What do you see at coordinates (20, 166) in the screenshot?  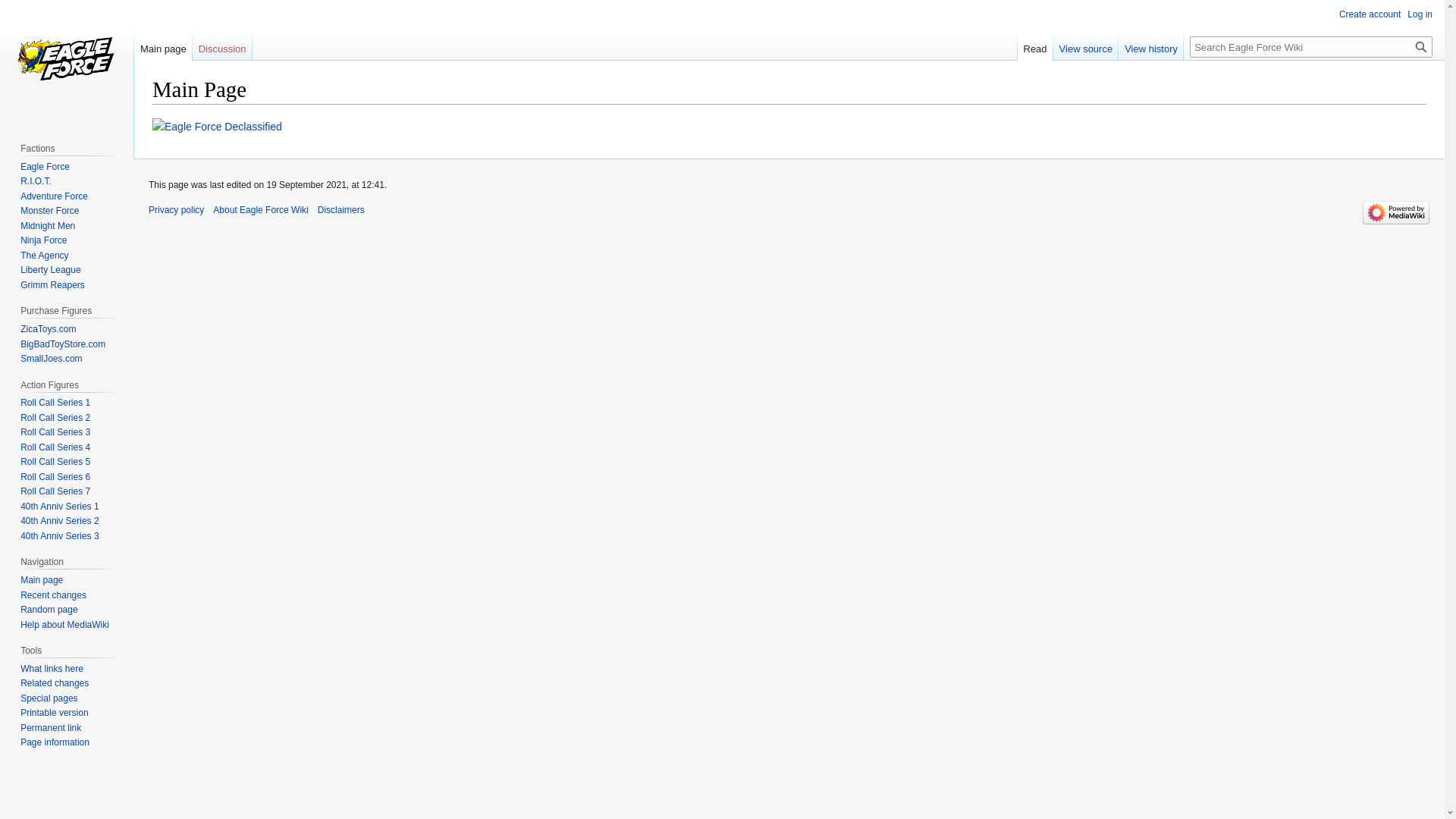 I see `'Eagle Force'` at bounding box center [20, 166].